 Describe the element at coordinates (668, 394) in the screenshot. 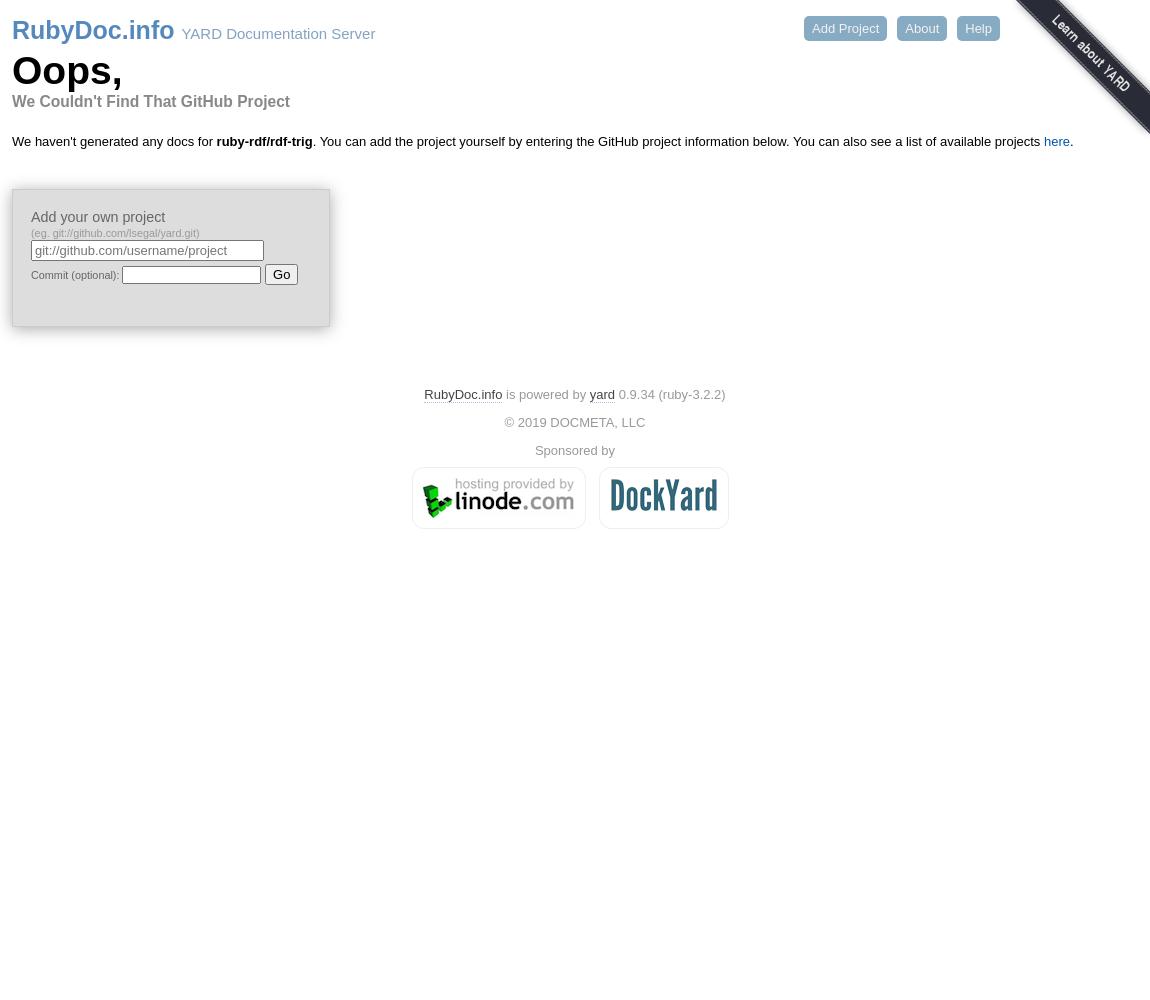

I see `'0.9.34 (ruby-3.2.2)'` at that location.